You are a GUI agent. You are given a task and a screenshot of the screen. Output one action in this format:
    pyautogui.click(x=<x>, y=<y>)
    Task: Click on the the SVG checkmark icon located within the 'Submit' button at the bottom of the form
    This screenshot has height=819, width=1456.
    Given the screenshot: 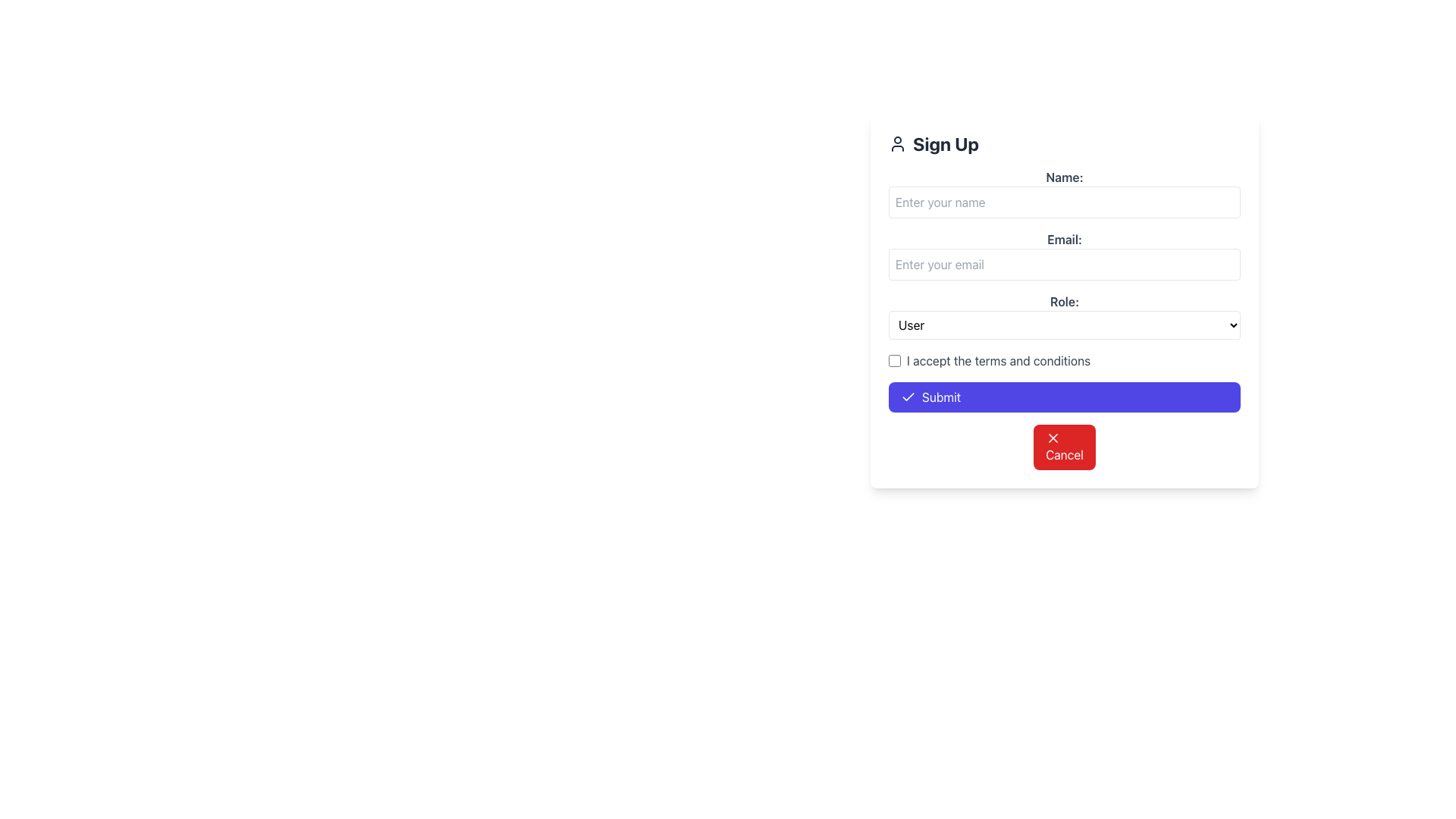 What is the action you would take?
    pyautogui.click(x=908, y=397)
    